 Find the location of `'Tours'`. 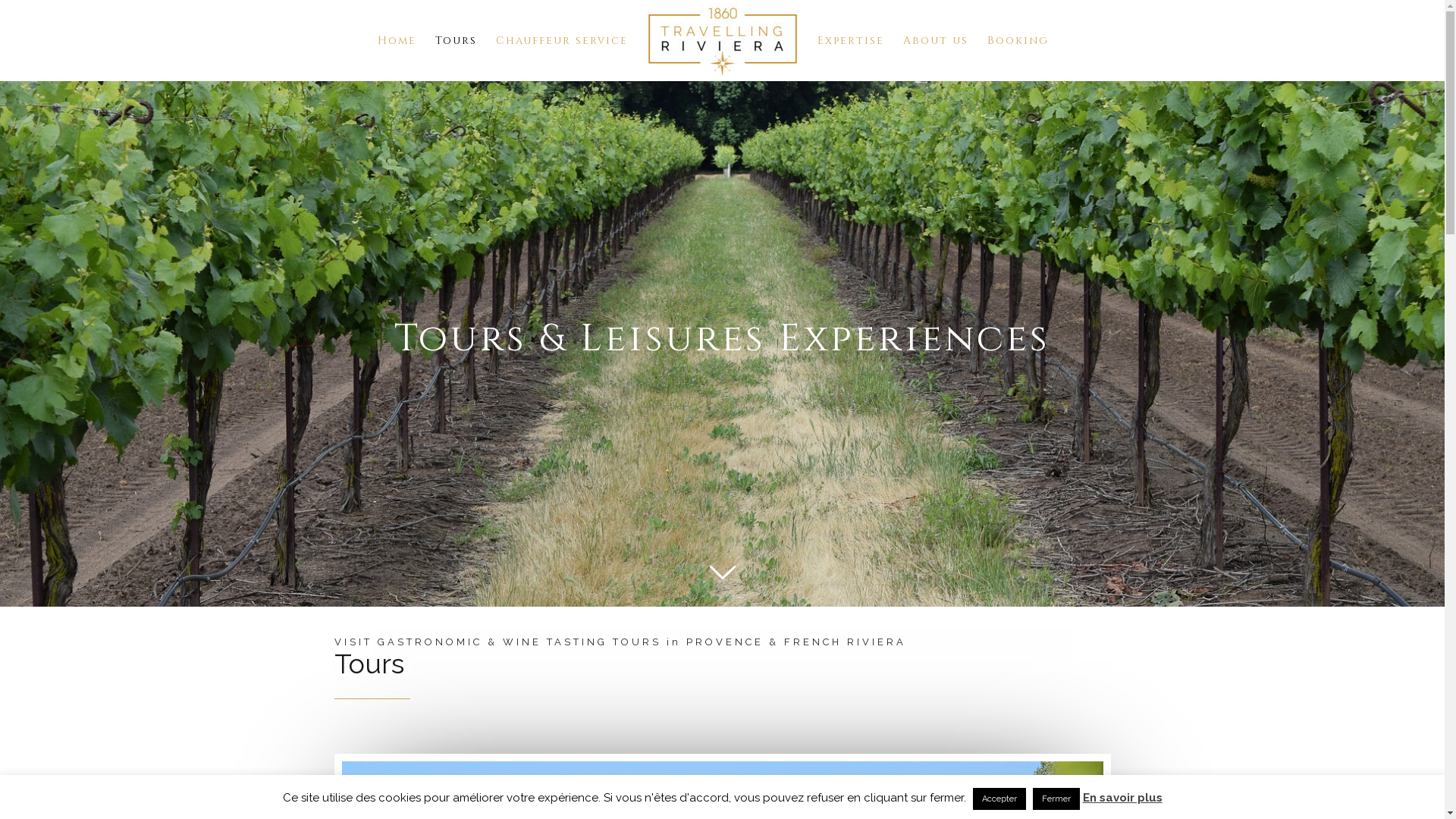

'Tours' is located at coordinates (455, 40).